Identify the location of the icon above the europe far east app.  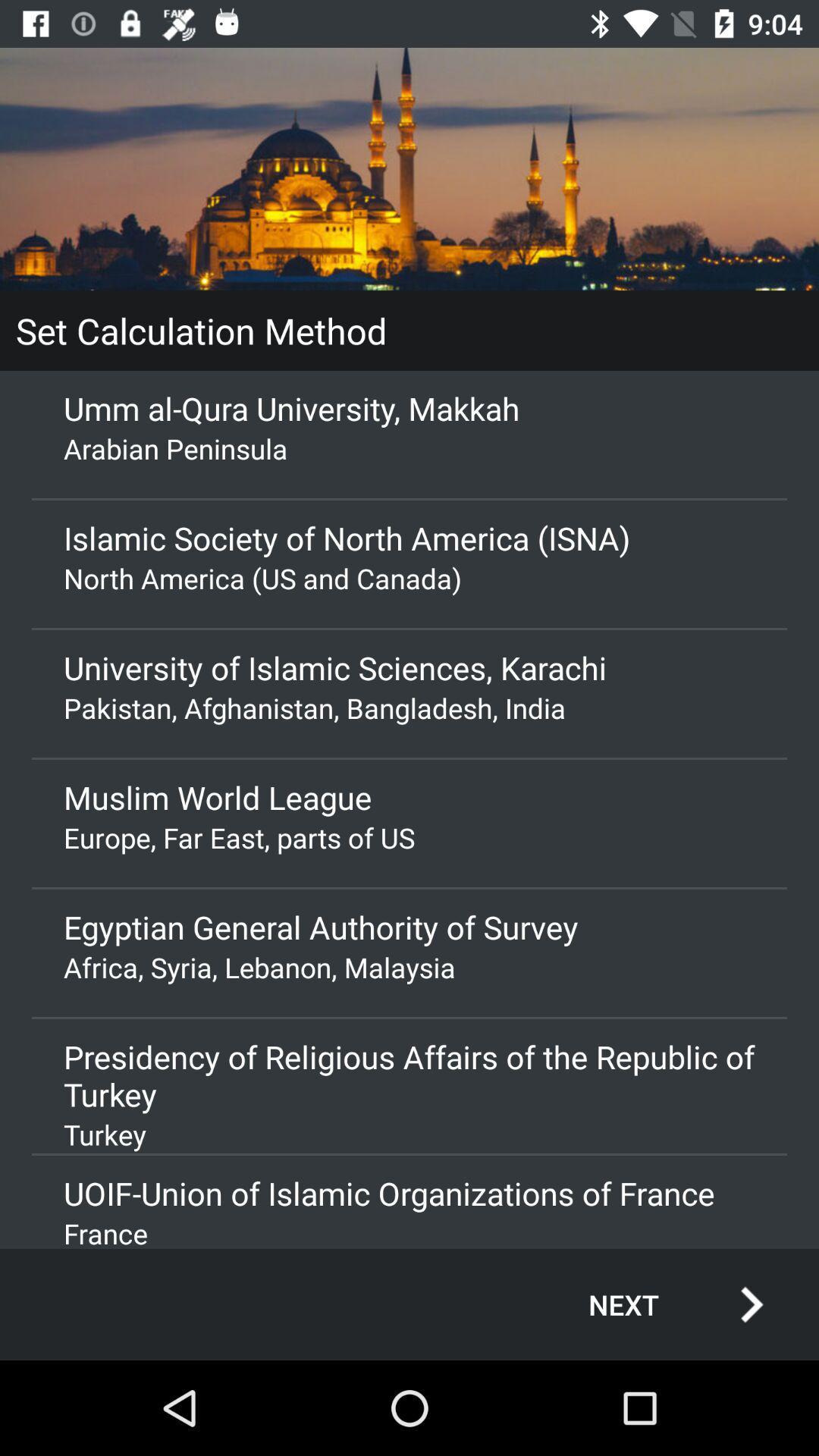
(409, 796).